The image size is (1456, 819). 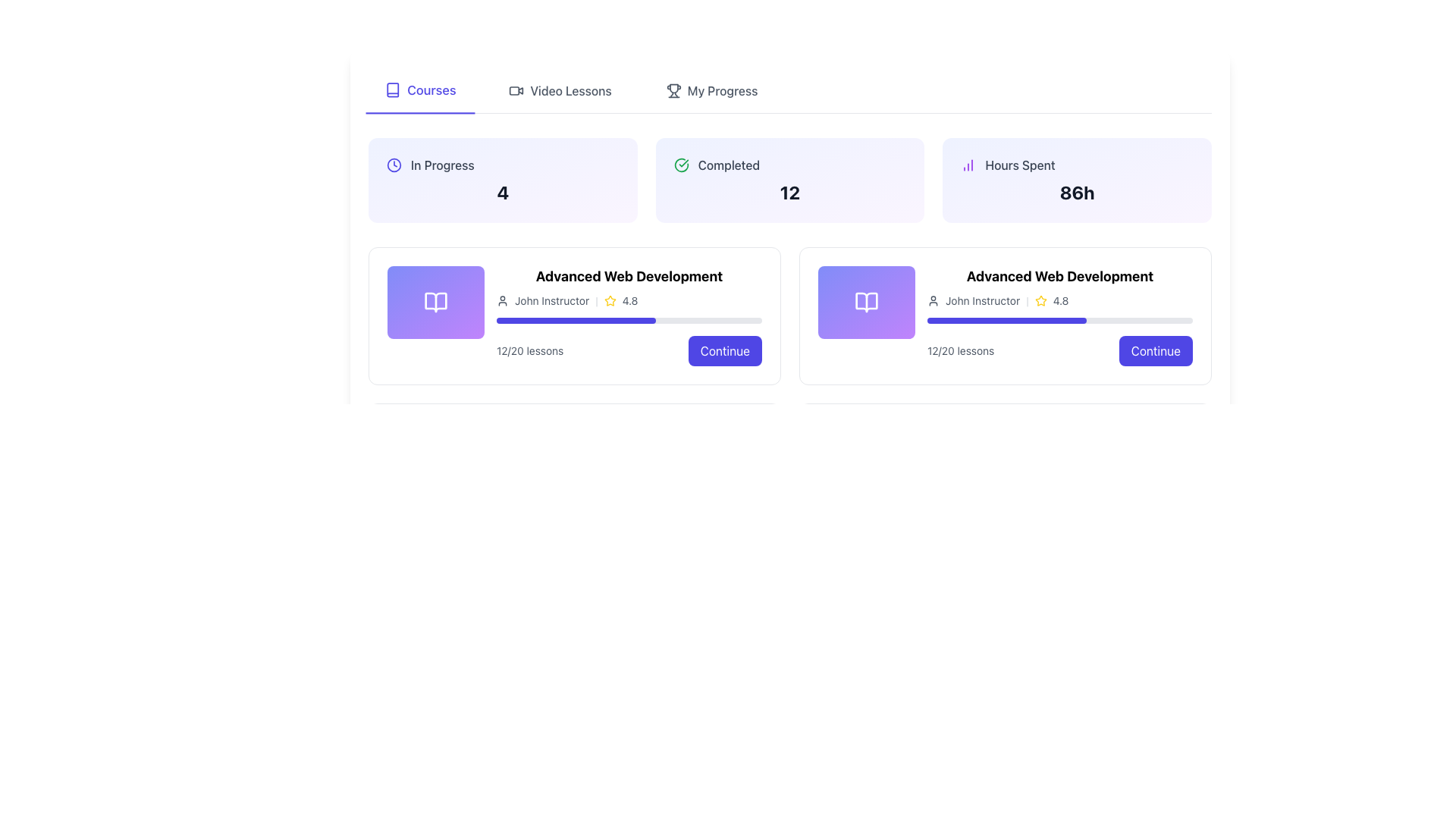 What do you see at coordinates (1076, 180) in the screenshot?
I see `the Information card that displays the total hours spent, which is the third card in a horizontal group of three cards positioned to the far right` at bounding box center [1076, 180].